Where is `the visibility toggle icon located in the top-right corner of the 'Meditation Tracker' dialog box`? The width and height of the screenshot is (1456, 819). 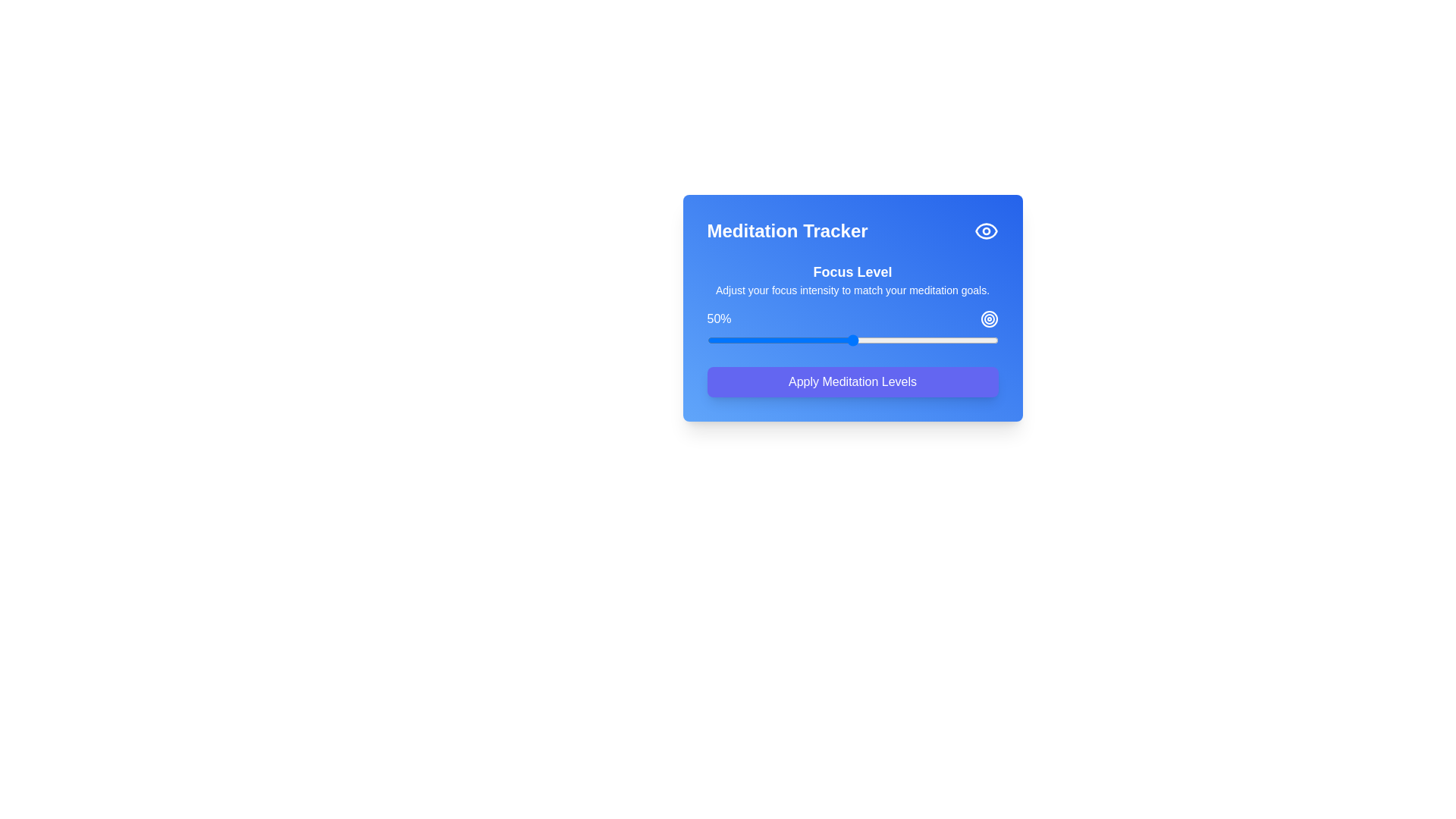 the visibility toggle icon located in the top-right corner of the 'Meditation Tracker' dialog box is located at coordinates (986, 231).